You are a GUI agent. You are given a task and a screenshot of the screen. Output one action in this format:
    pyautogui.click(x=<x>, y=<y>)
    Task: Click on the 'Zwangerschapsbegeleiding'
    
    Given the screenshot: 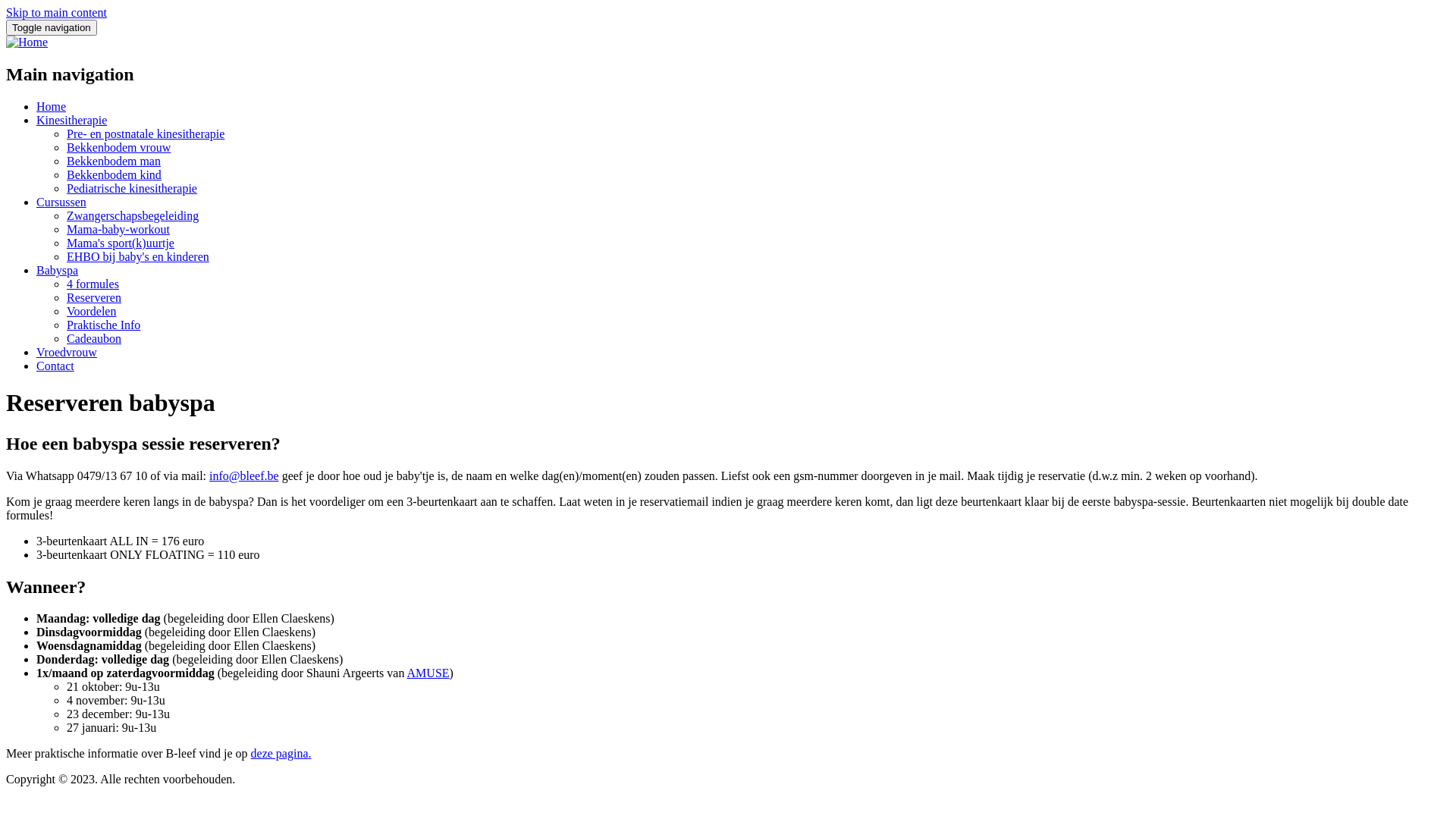 What is the action you would take?
    pyautogui.click(x=132, y=215)
    